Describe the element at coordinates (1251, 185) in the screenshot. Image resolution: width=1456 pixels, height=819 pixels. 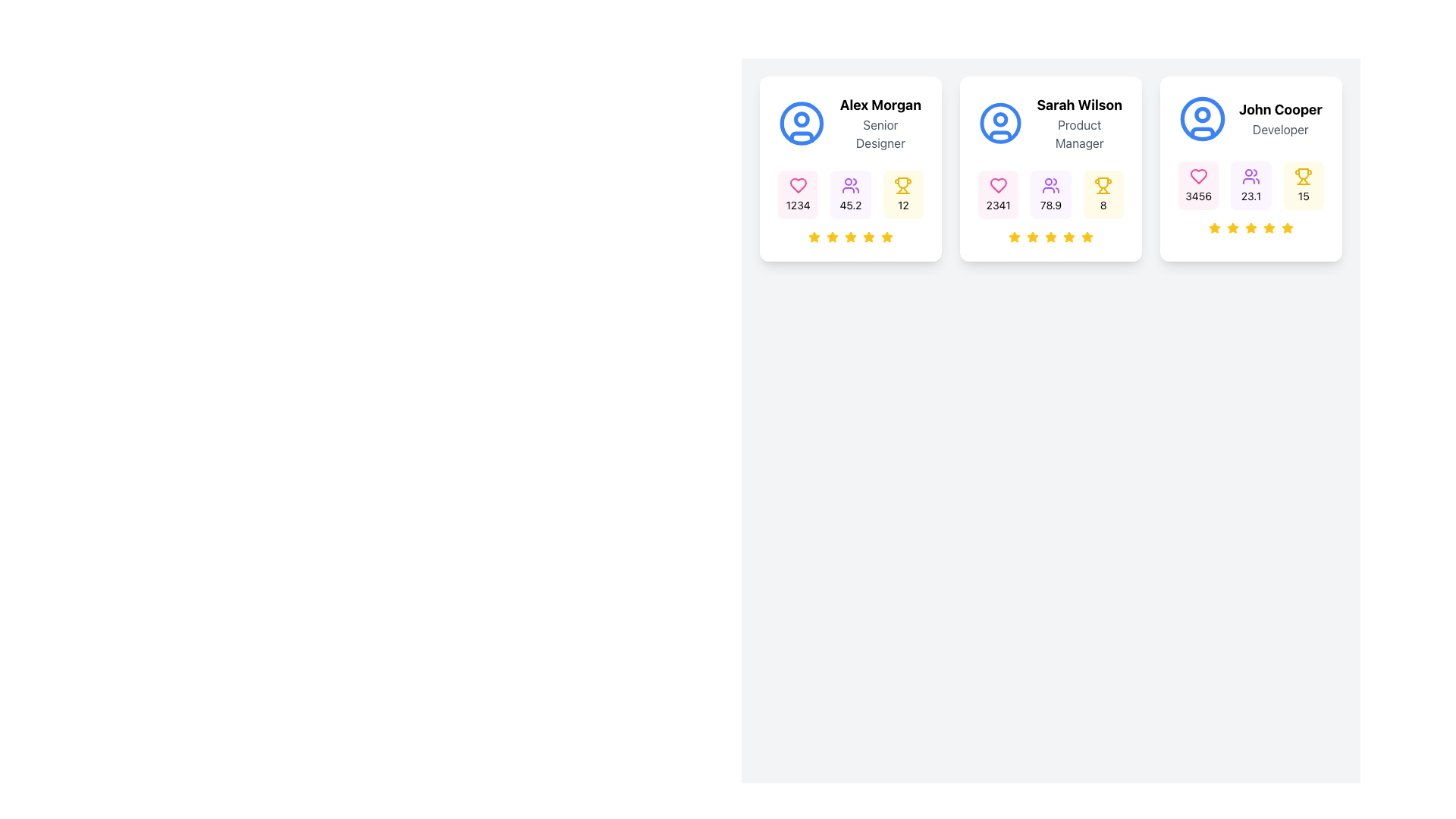
I see `the Metric display element that indicates user-related statistics, positioned in the second card from the right in a three-column grid layout, specifically the second item in the bottom row, surrounded by a heart icon and a trophy icon` at that location.